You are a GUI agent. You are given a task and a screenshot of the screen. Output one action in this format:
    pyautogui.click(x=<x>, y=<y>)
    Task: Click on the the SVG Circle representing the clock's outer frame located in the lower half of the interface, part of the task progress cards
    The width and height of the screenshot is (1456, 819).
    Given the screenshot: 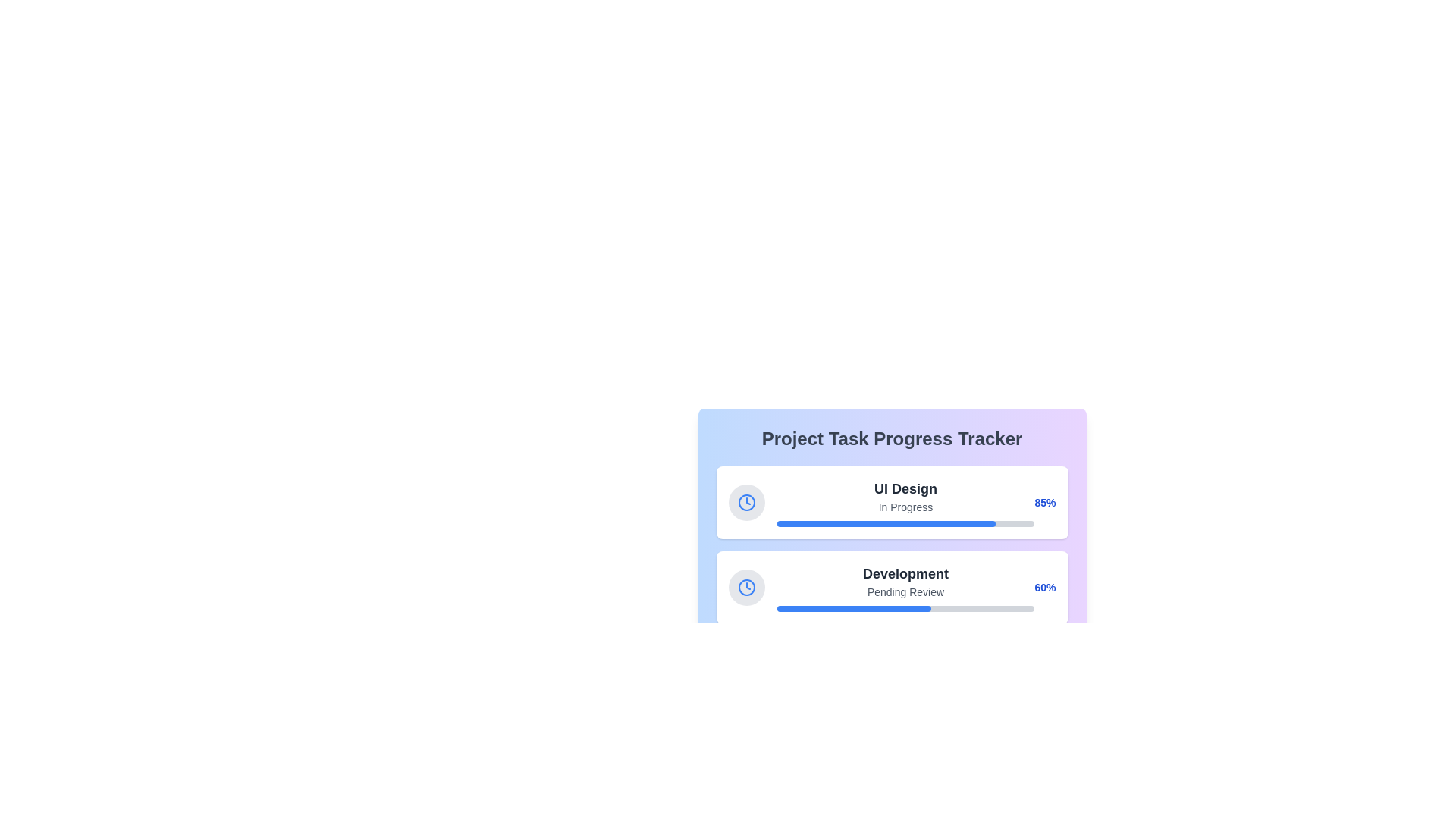 What is the action you would take?
    pyautogui.click(x=746, y=503)
    